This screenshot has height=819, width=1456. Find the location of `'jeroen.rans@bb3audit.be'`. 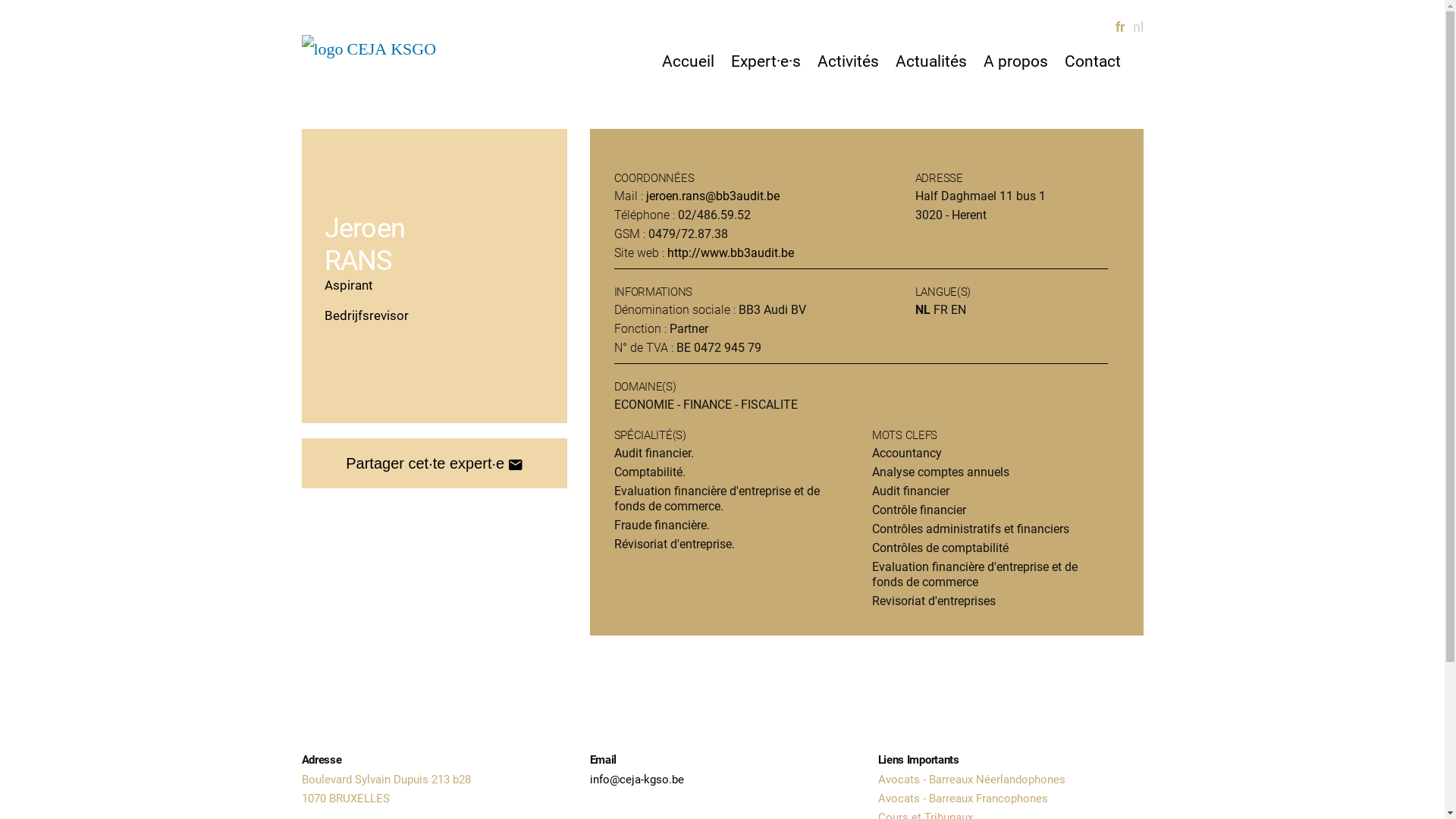

'jeroen.rans@bb3audit.be' is located at coordinates (712, 195).